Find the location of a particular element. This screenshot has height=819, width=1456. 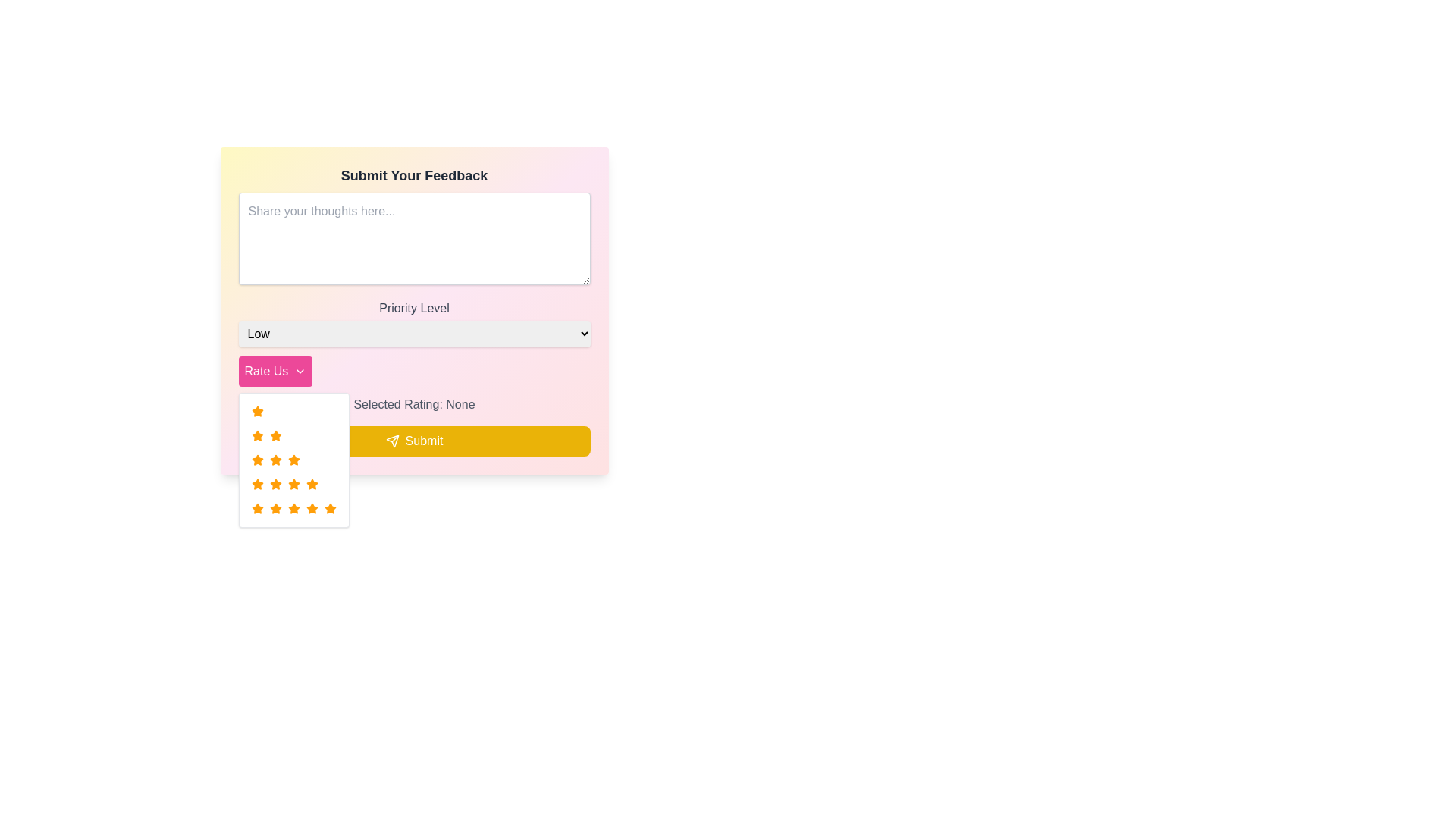

the first star-shaped icon filled with orange-yellow color under the 'Rate Us' dropdown to focus on it is located at coordinates (257, 435).